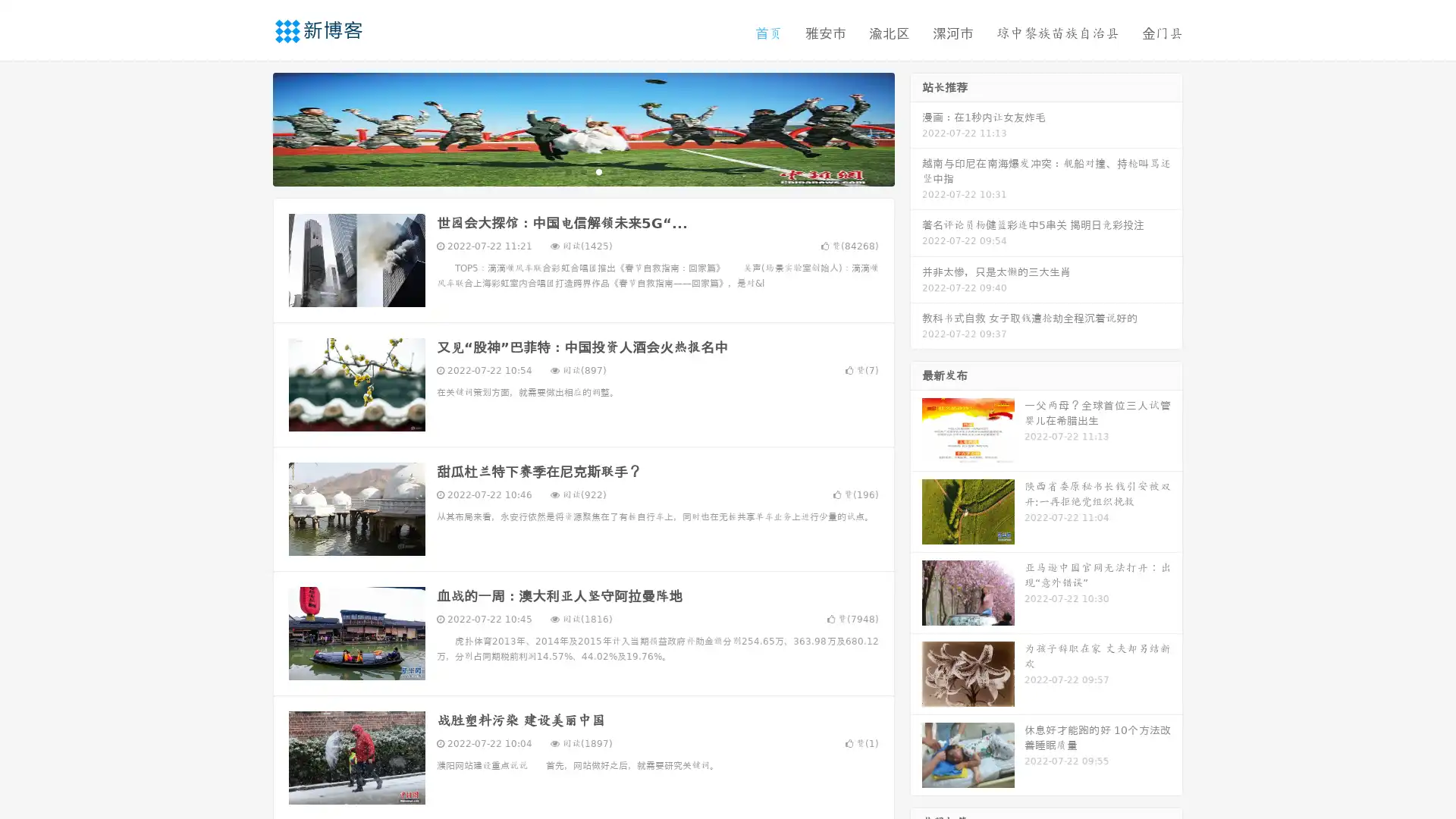  Describe the element at coordinates (598, 171) in the screenshot. I see `Go to slide 3` at that location.